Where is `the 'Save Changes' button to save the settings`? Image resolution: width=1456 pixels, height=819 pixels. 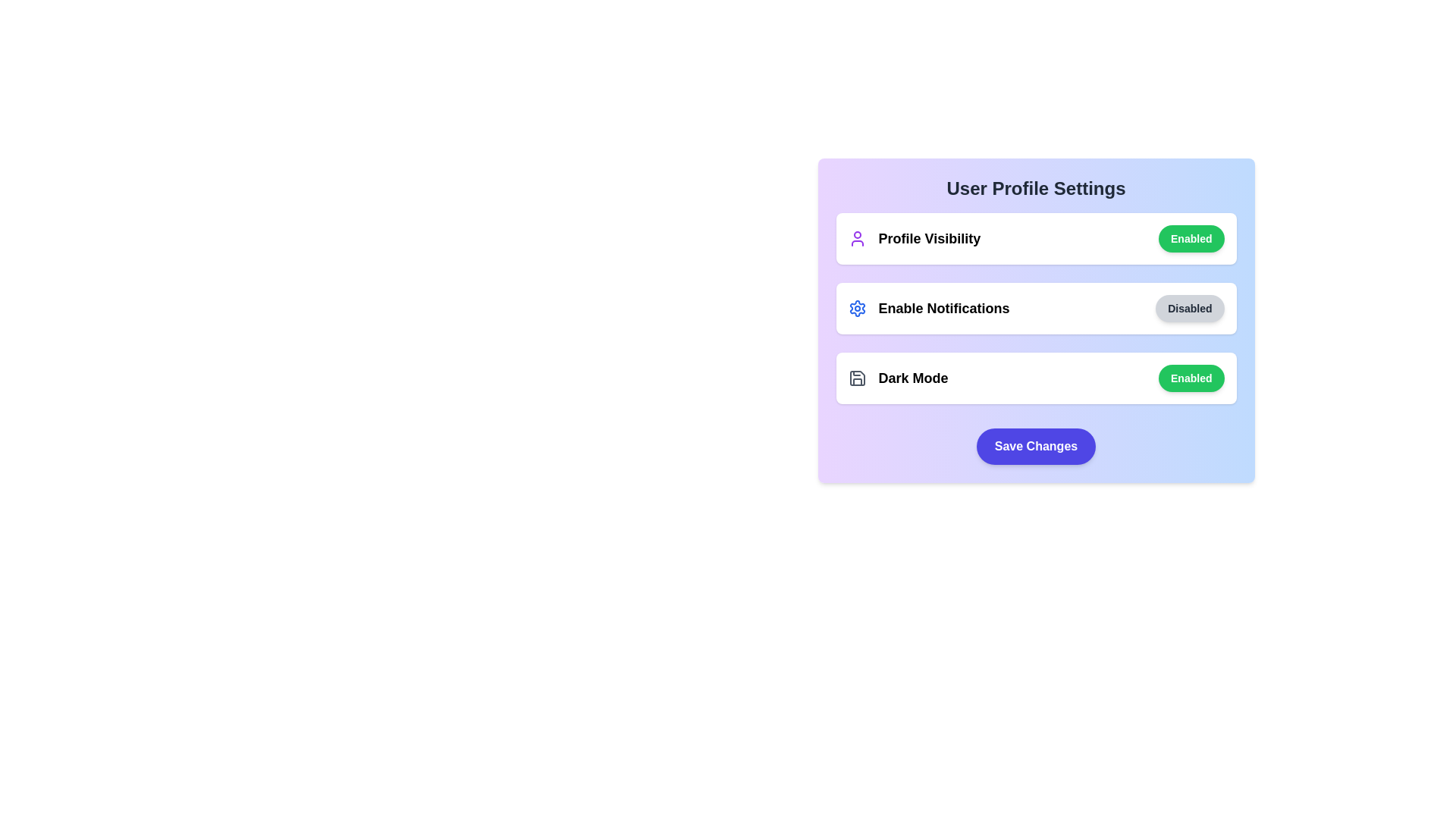 the 'Save Changes' button to save the settings is located at coordinates (1035, 446).